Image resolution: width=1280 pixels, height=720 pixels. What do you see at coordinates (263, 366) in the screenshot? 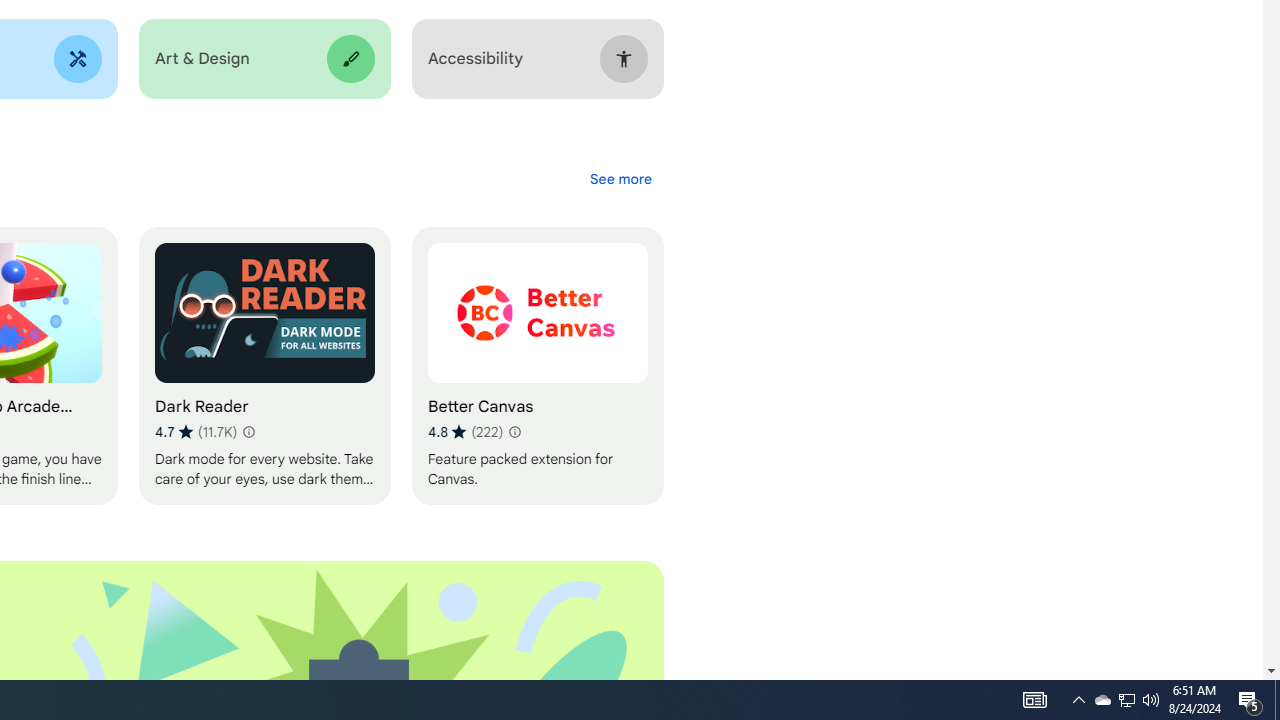
I see `'Dark Reader'` at bounding box center [263, 366].